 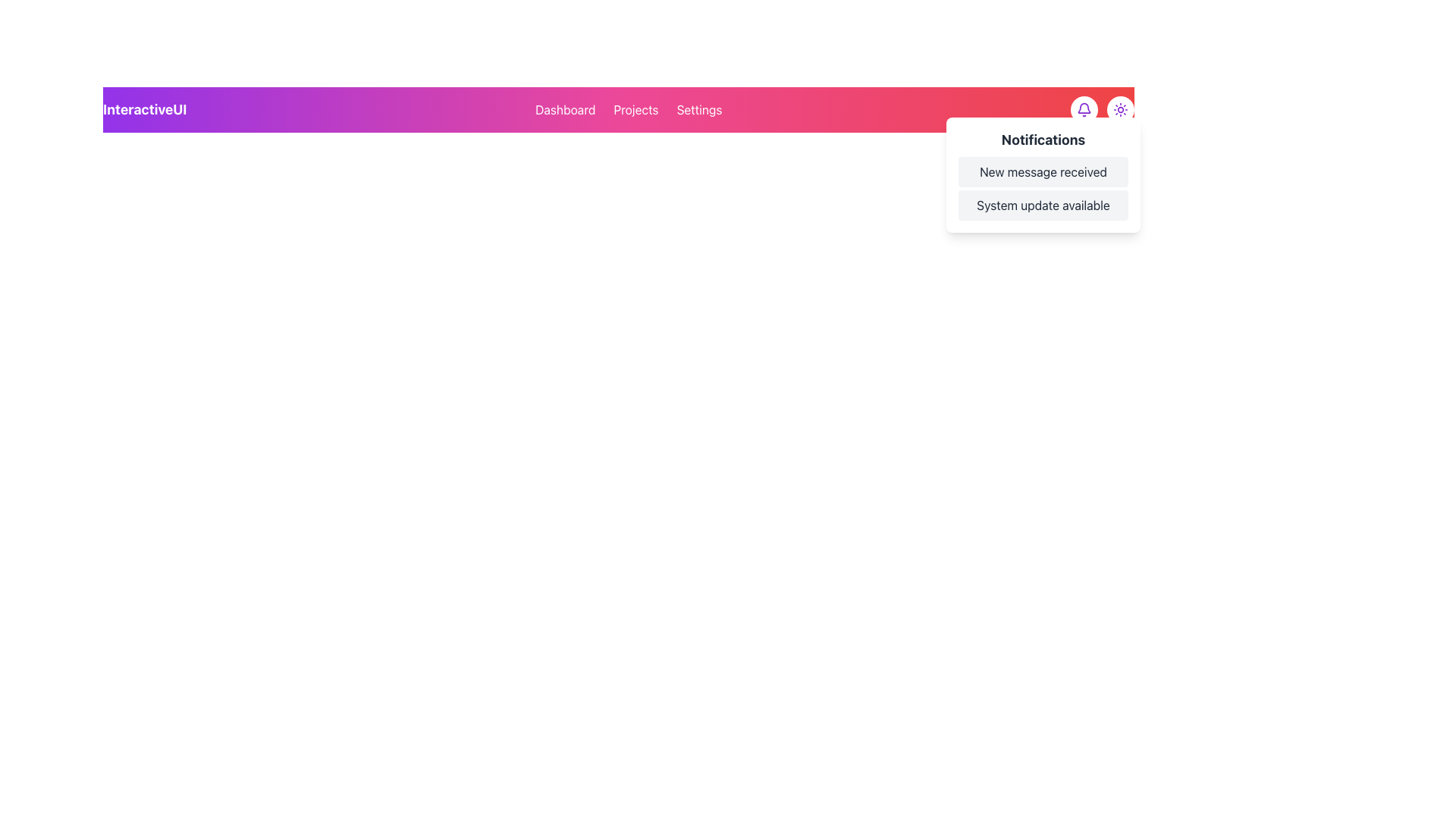 What do you see at coordinates (145, 109) in the screenshot?
I see `the 'InteractiveUI' text label, which is a bold, large font label located in the top-left corner of the navigation bar with a gradient background transitioning from purple to pink` at bounding box center [145, 109].